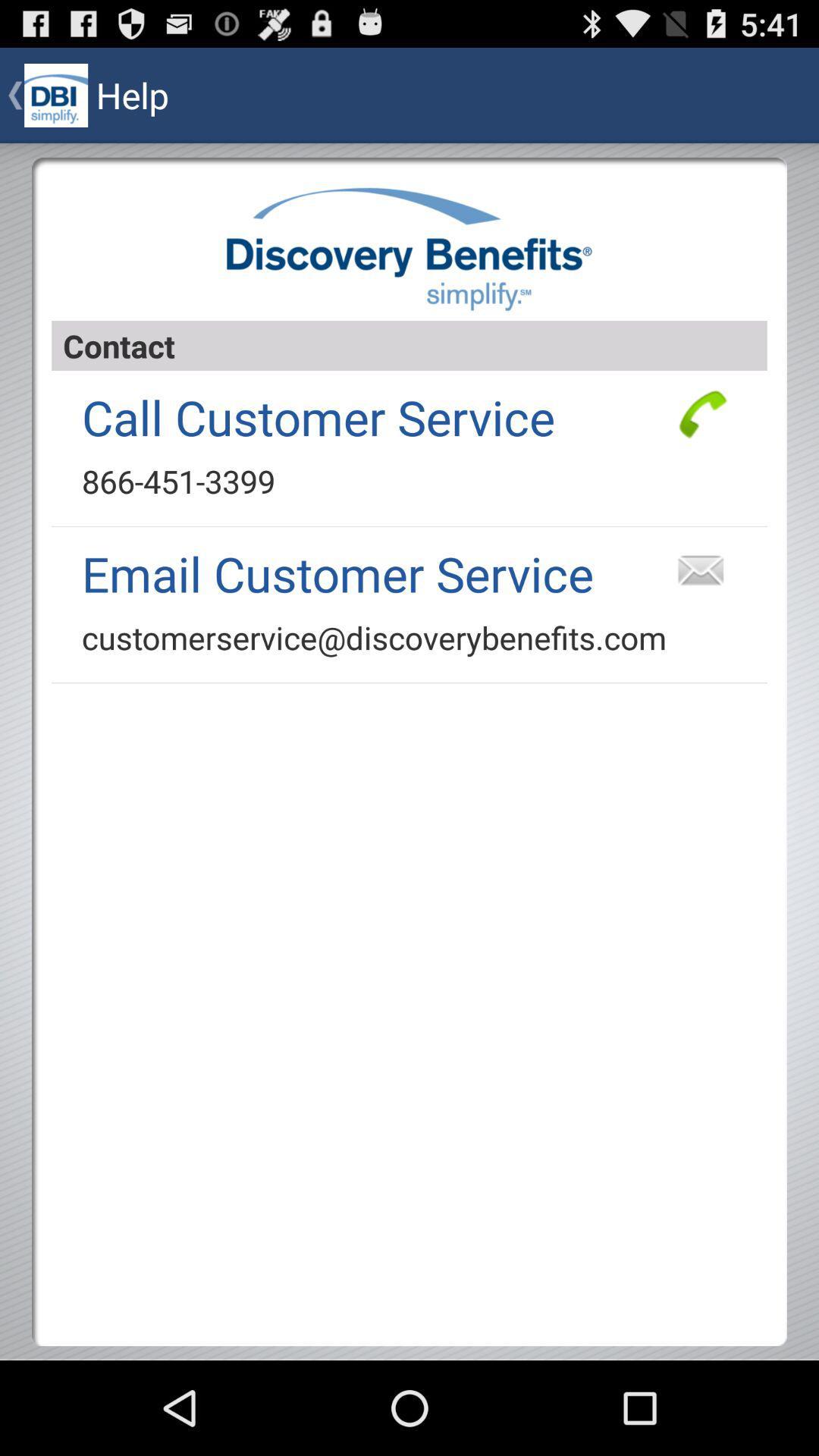  What do you see at coordinates (374, 637) in the screenshot?
I see `the app below email customer service` at bounding box center [374, 637].